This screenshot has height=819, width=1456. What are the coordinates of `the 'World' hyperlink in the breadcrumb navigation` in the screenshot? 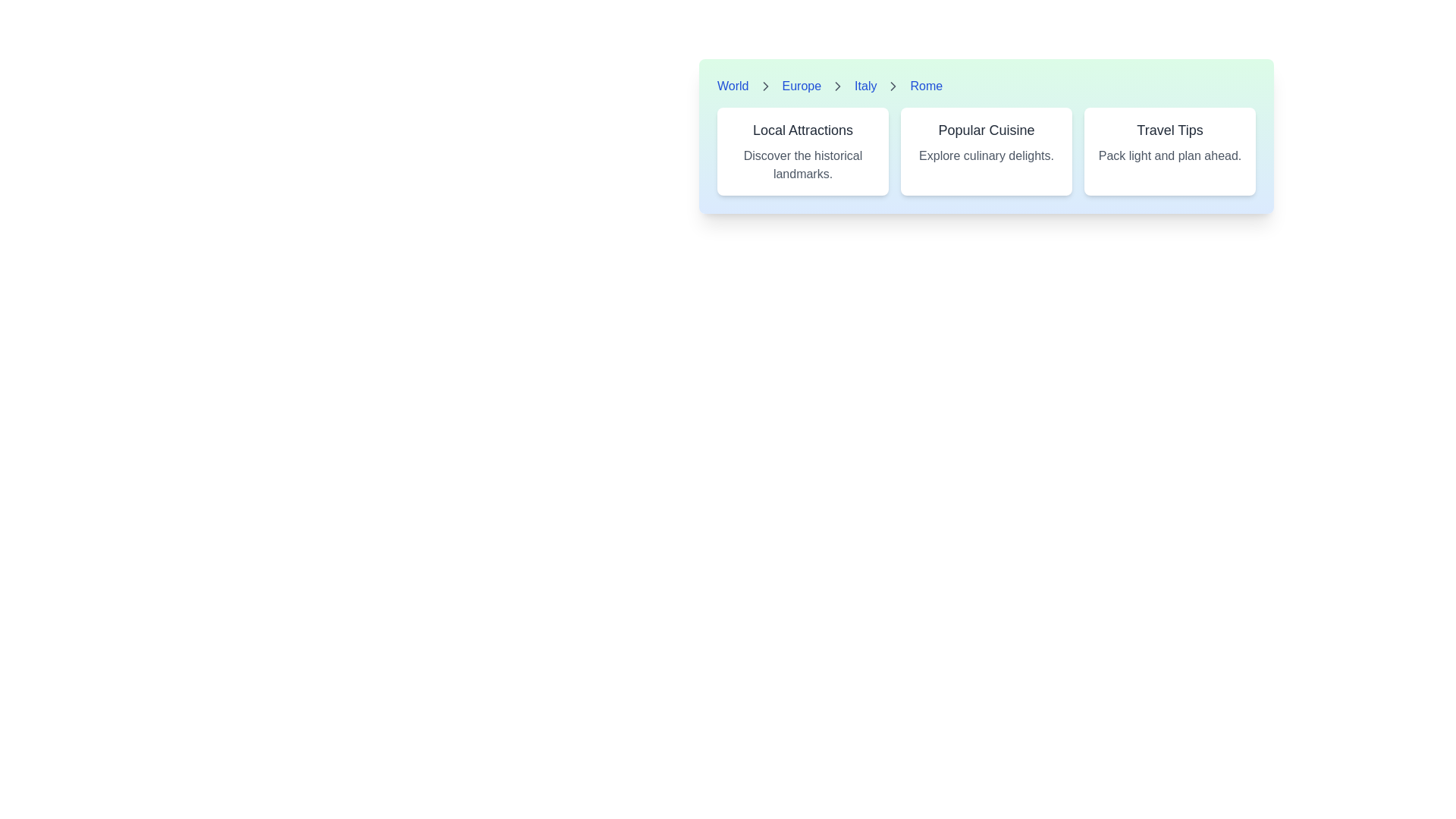 It's located at (733, 86).